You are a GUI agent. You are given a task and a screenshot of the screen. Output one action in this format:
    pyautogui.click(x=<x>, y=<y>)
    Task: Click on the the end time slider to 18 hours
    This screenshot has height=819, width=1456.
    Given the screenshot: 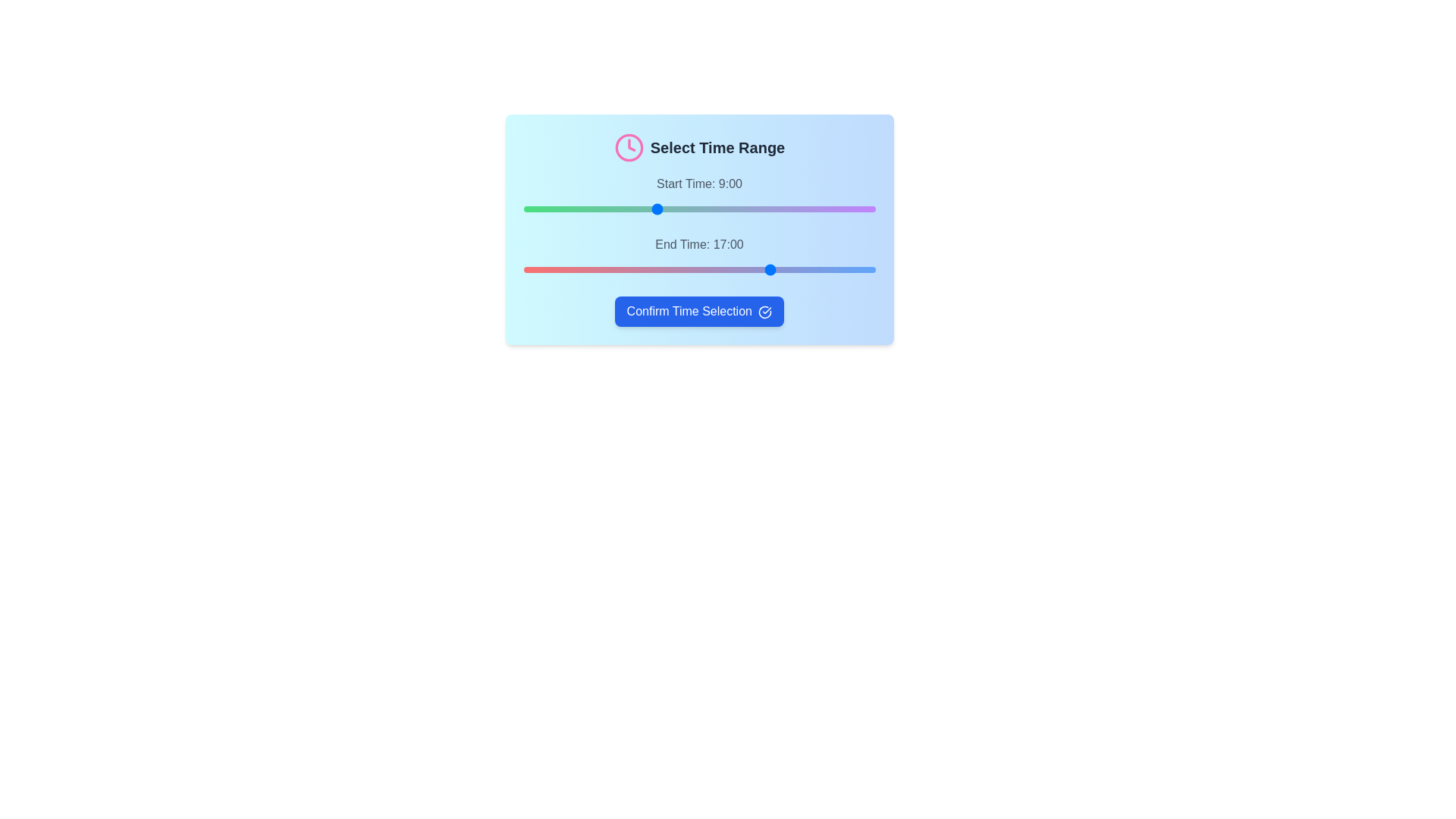 What is the action you would take?
    pyautogui.click(x=787, y=268)
    